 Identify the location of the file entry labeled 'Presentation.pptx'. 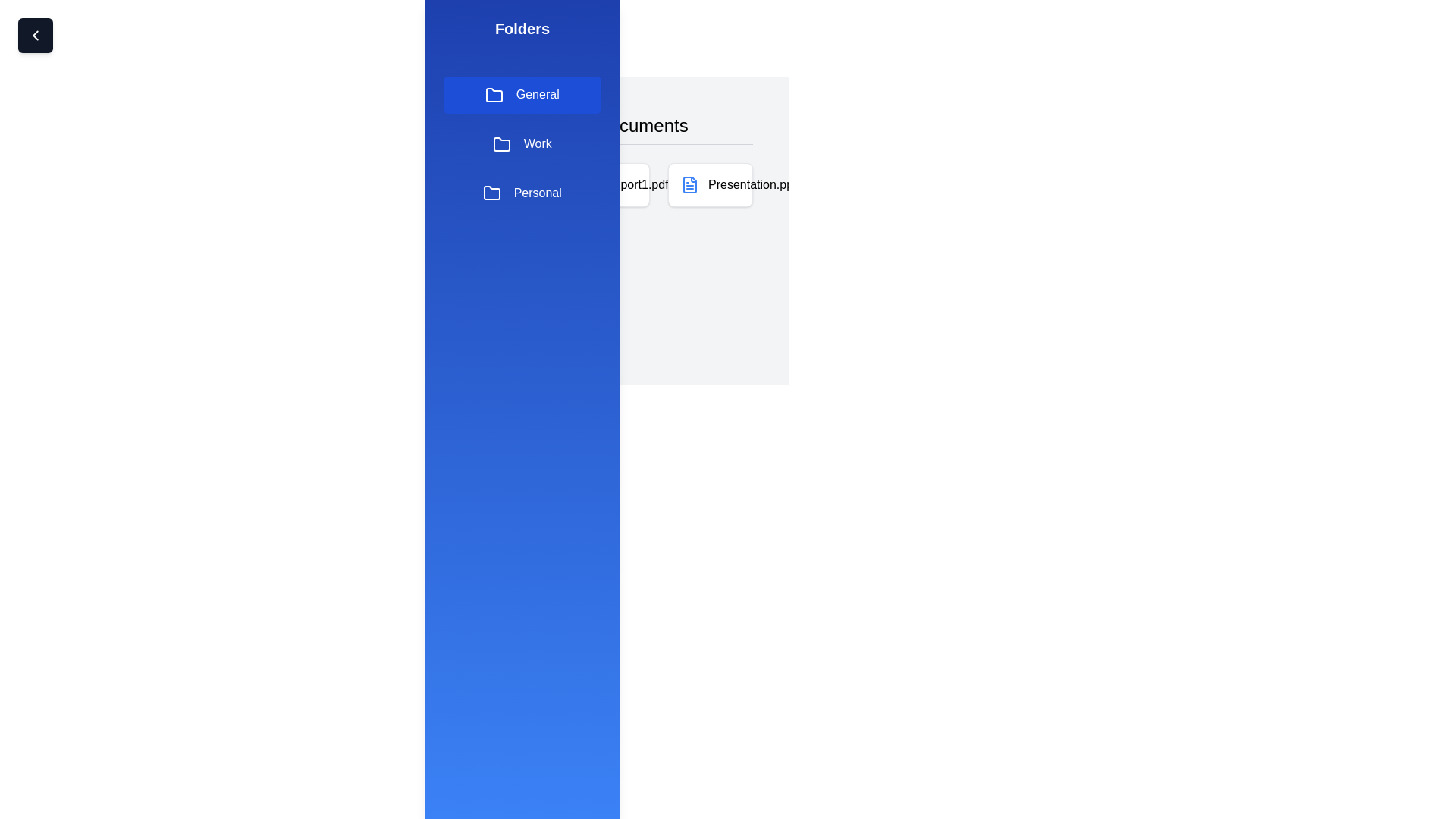
(742, 184).